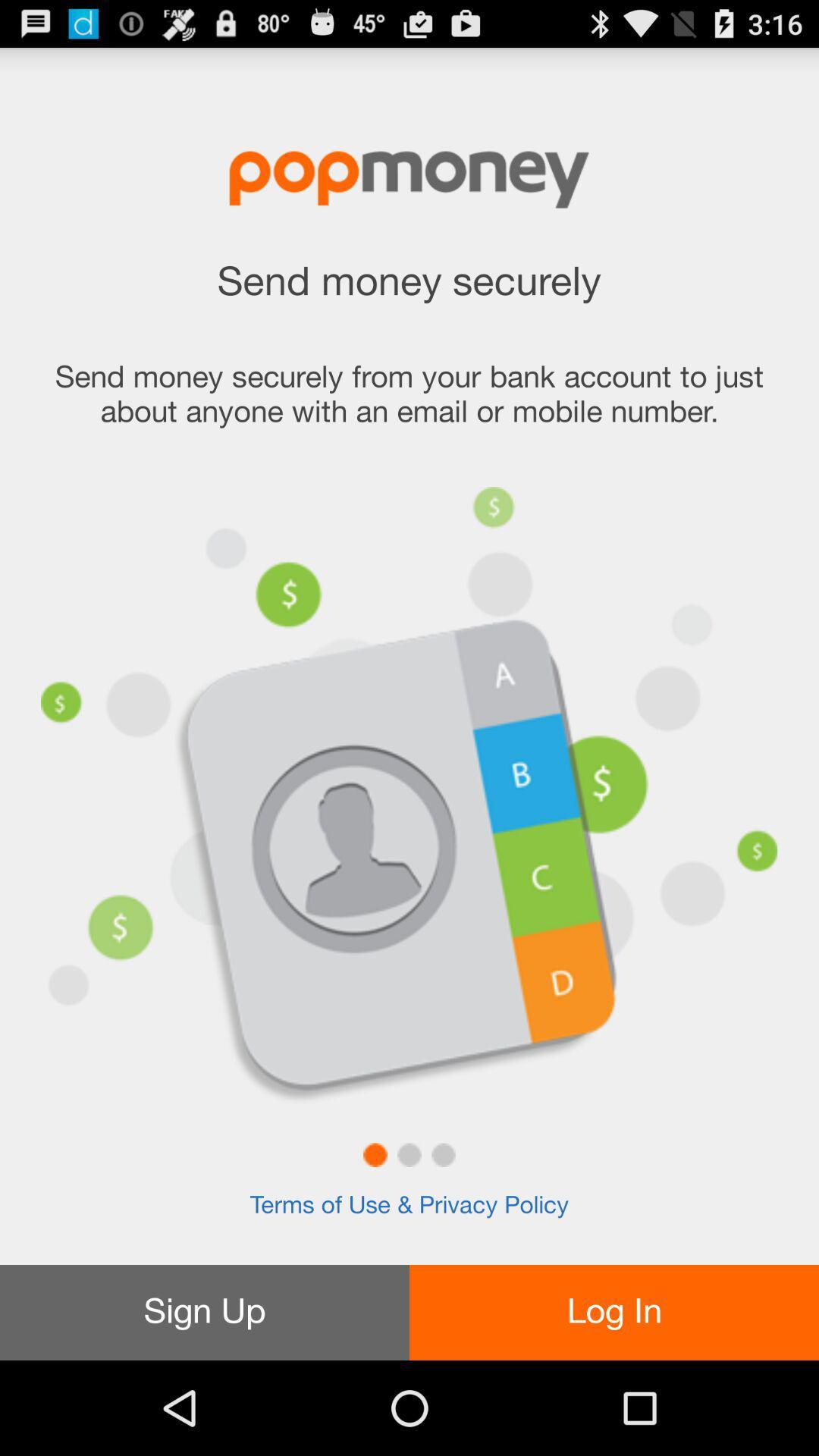  I want to click on item below the terms of use, so click(205, 1312).